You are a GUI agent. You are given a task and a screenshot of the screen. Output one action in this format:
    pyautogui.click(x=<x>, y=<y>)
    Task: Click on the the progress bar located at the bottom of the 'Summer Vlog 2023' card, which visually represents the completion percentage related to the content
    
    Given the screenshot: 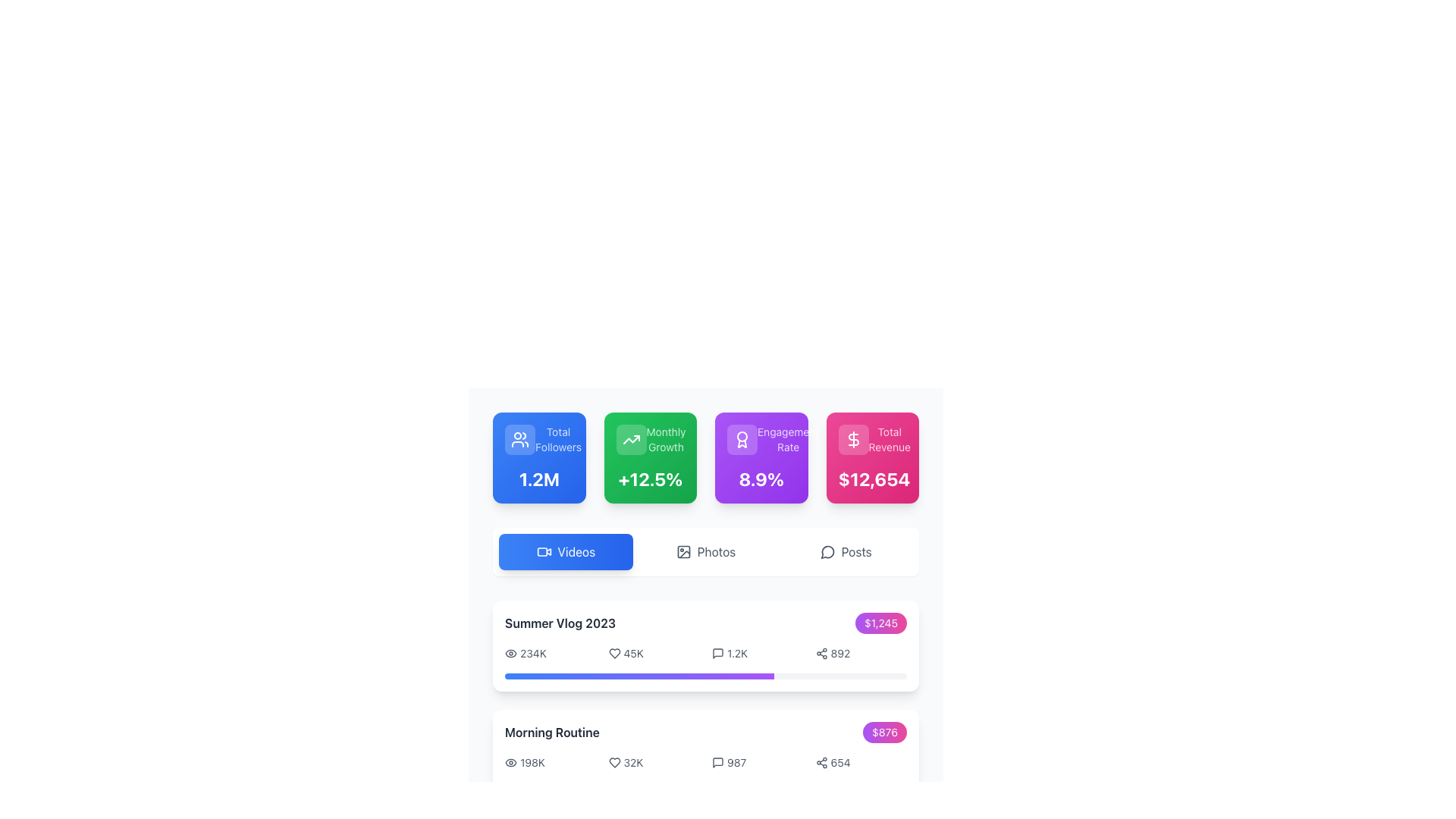 What is the action you would take?
    pyautogui.click(x=705, y=675)
    